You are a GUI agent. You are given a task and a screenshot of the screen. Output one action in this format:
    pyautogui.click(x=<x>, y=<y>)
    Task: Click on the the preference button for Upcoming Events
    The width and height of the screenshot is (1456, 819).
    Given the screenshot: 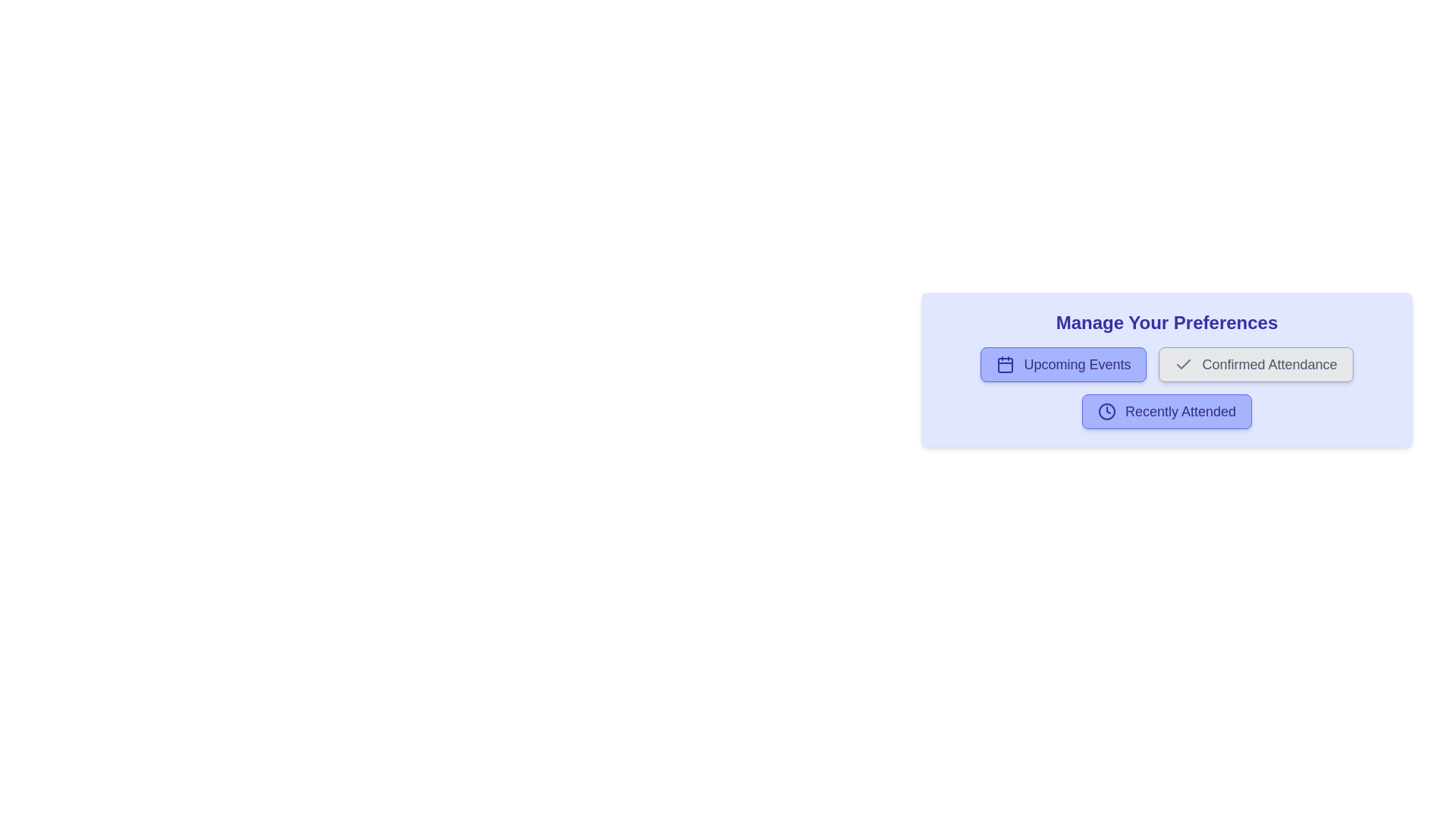 What is the action you would take?
    pyautogui.click(x=1062, y=365)
    